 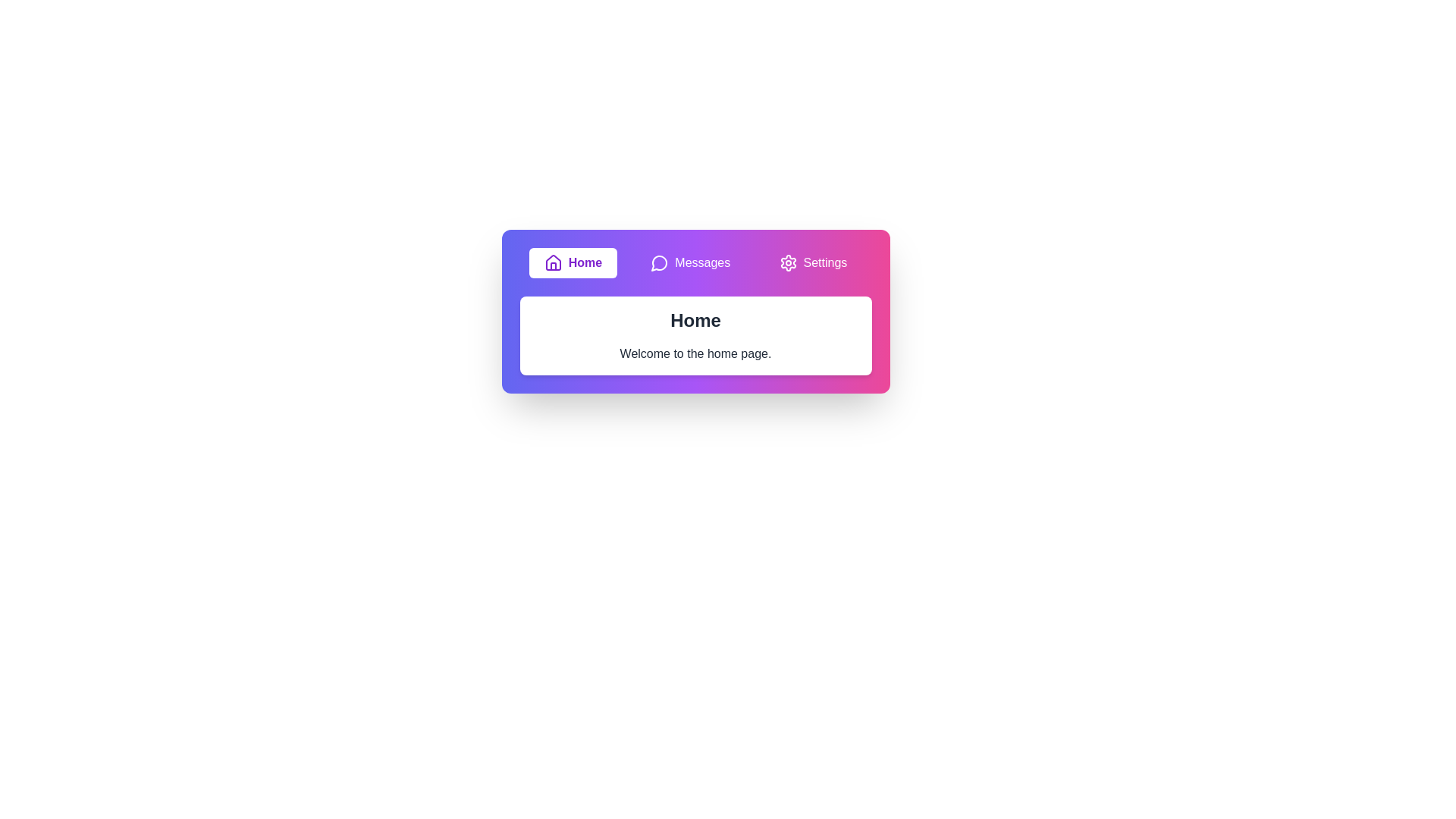 What do you see at coordinates (659, 262) in the screenshot?
I see `the Messages icon located between the Home and Settings icons at the top center of the interface` at bounding box center [659, 262].